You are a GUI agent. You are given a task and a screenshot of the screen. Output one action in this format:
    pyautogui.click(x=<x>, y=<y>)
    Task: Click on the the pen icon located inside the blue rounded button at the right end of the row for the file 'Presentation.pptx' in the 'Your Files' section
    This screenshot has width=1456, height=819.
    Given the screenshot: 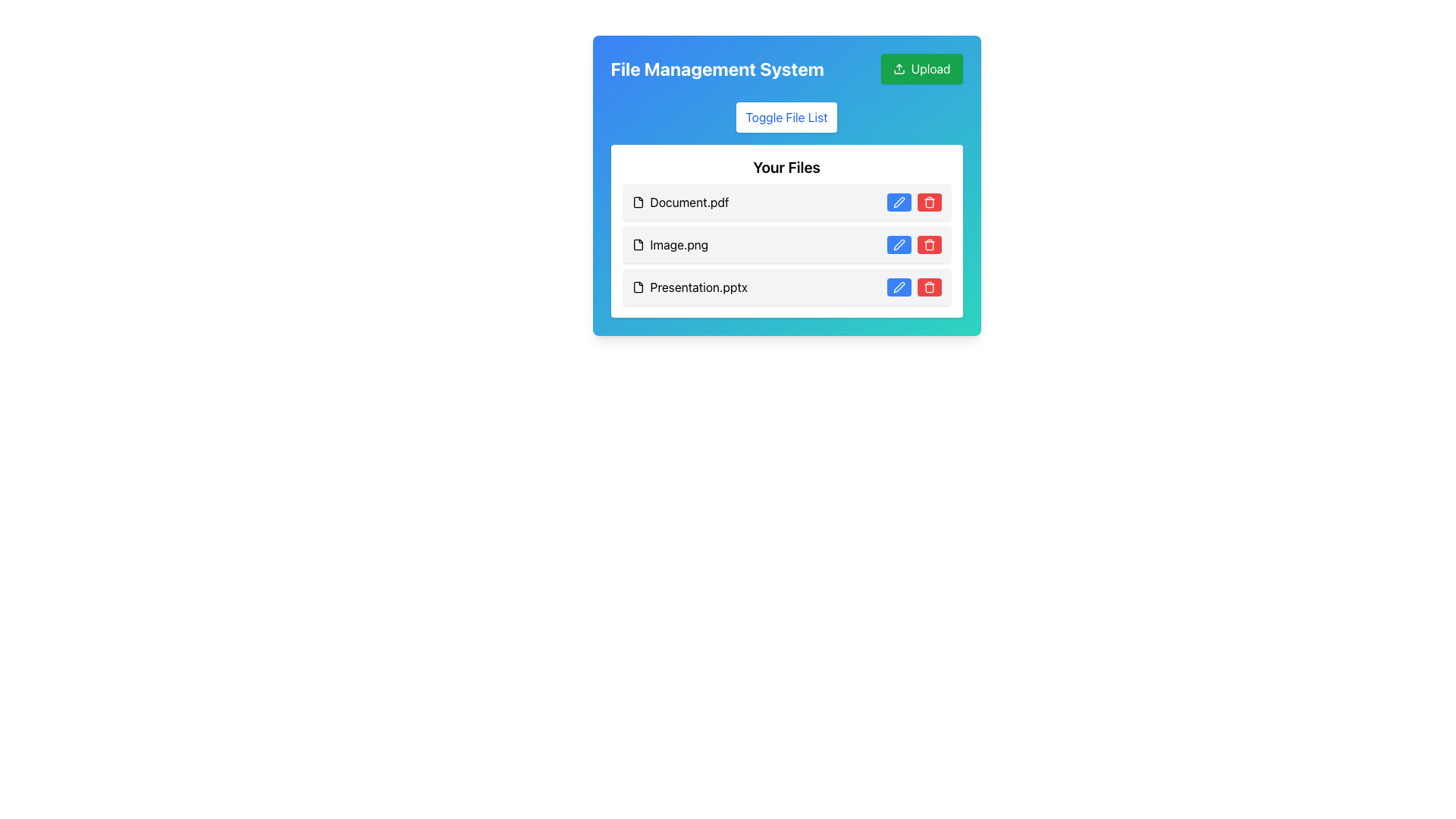 What is the action you would take?
    pyautogui.click(x=899, y=287)
    